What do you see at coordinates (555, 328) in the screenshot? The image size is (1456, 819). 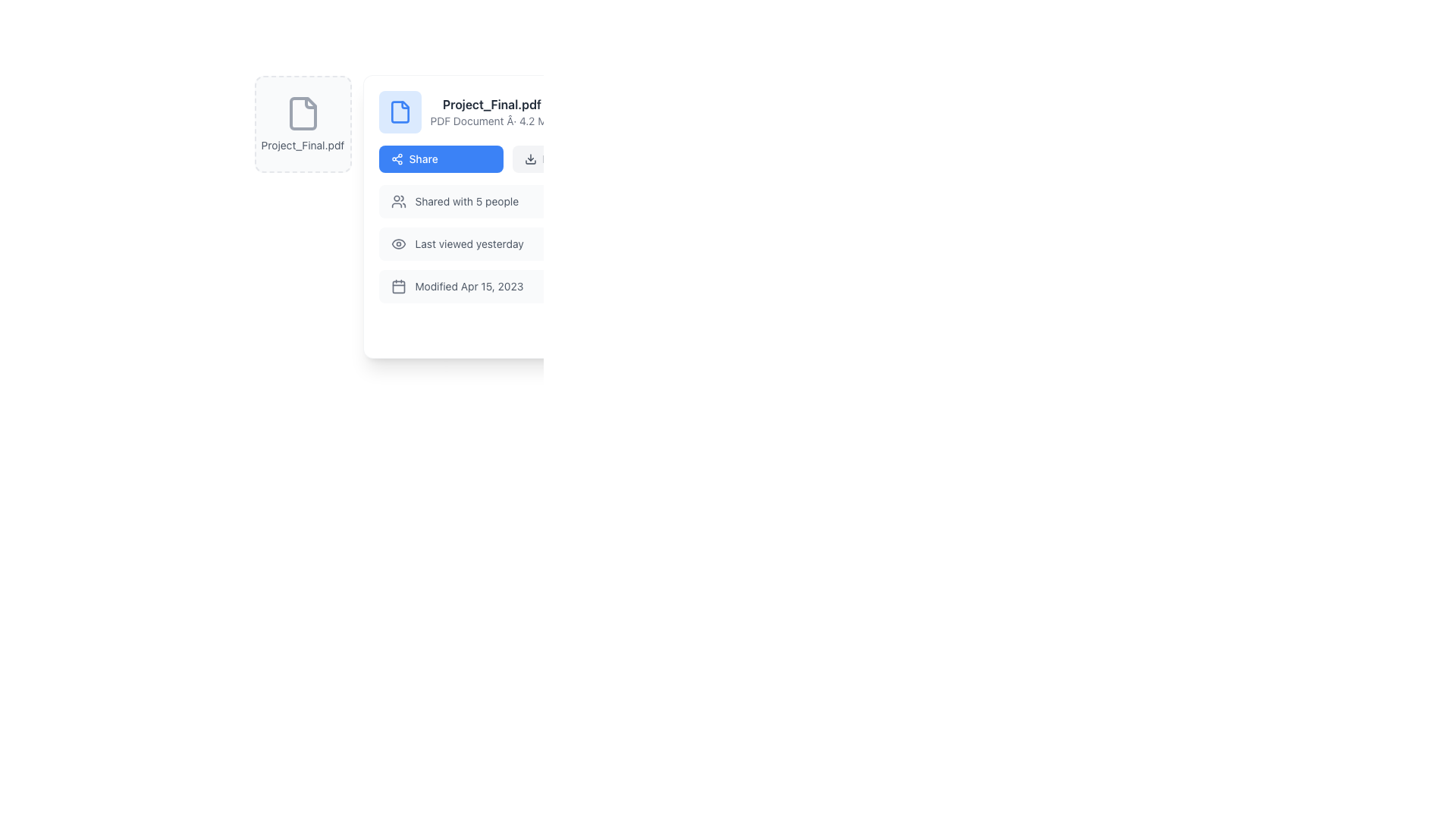 I see `the circular button with a light-gray background and a pen-shaped symbol` at bounding box center [555, 328].